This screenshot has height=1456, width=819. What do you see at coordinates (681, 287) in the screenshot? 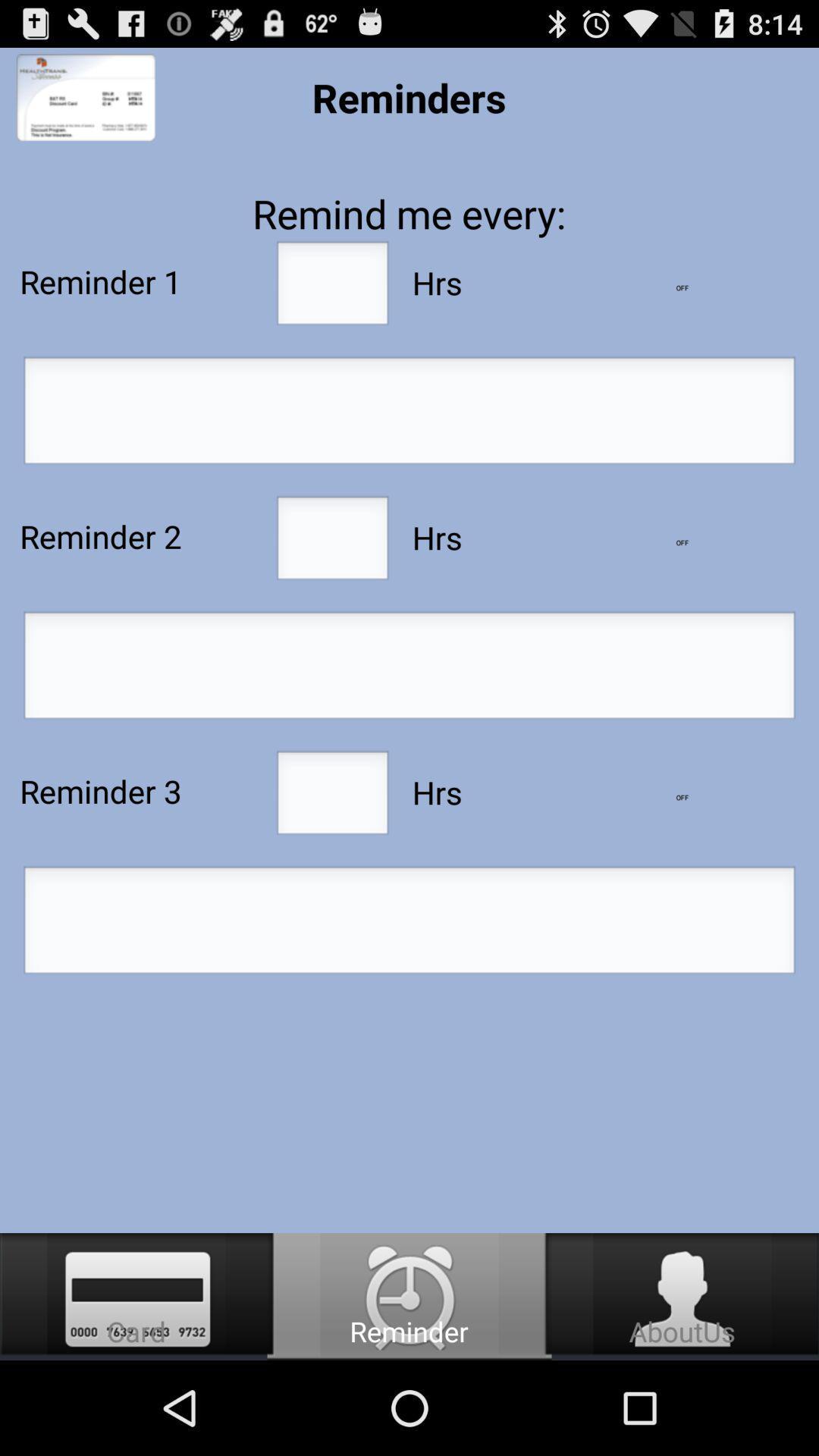
I see `subtract number` at bounding box center [681, 287].